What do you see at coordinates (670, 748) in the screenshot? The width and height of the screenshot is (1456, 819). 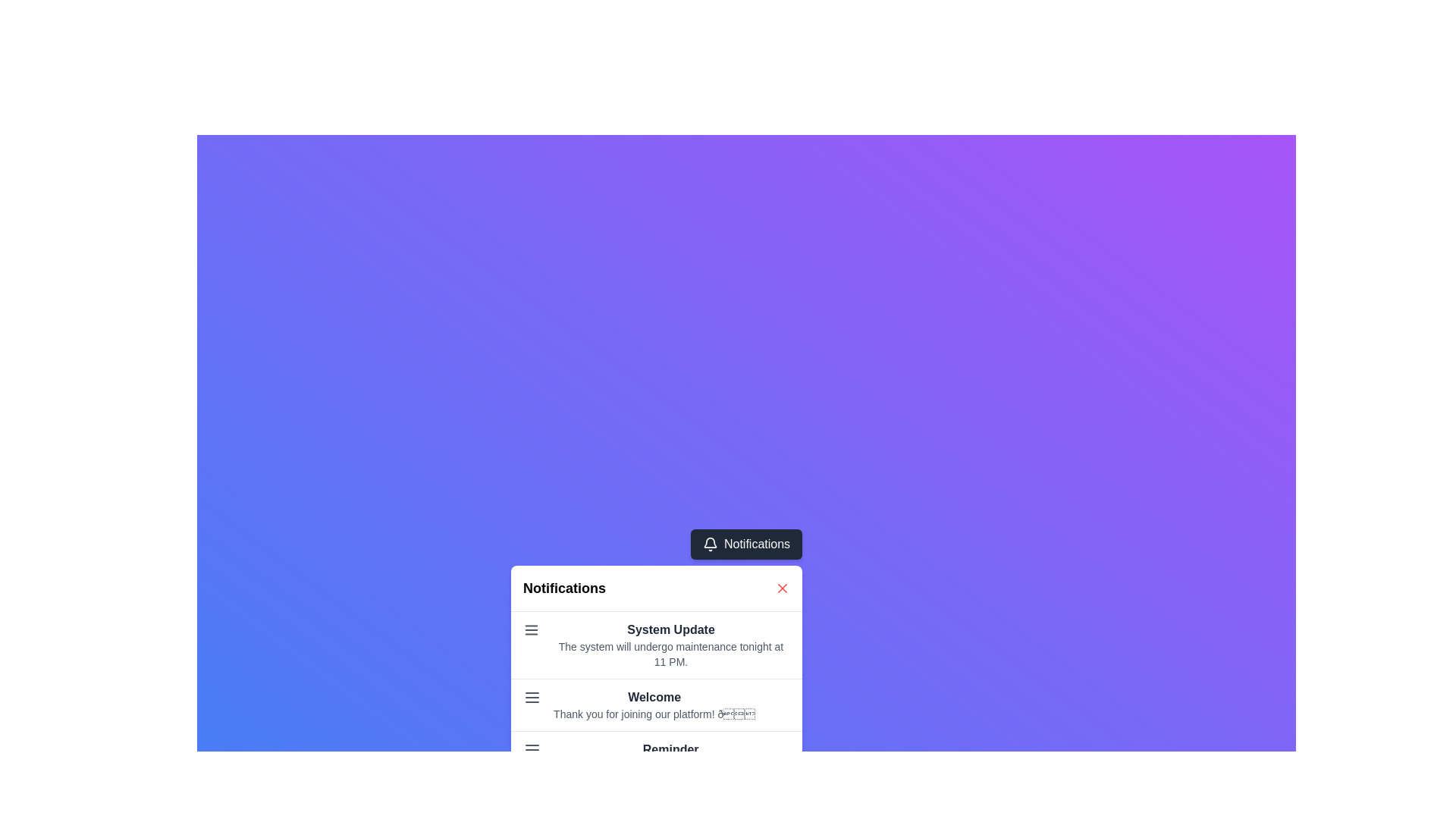 I see `bold-label text component displaying 'Reminder' located in the lower section of the notification panel, at the beginning of the third item in a vertically stacked list` at bounding box center [670, 748].